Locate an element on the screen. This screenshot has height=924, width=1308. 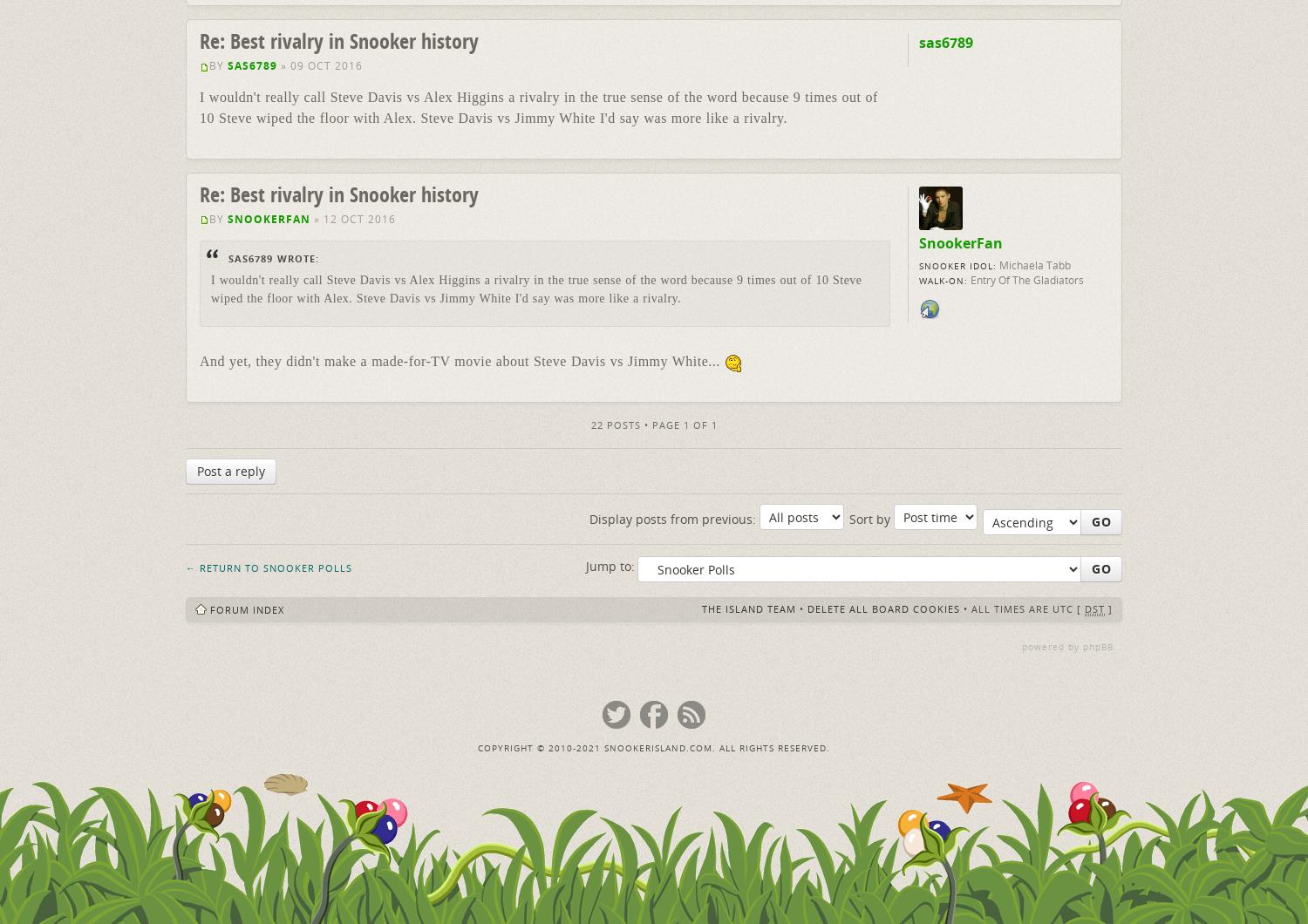
'Forum Index' is located at coordinates (247, 608).